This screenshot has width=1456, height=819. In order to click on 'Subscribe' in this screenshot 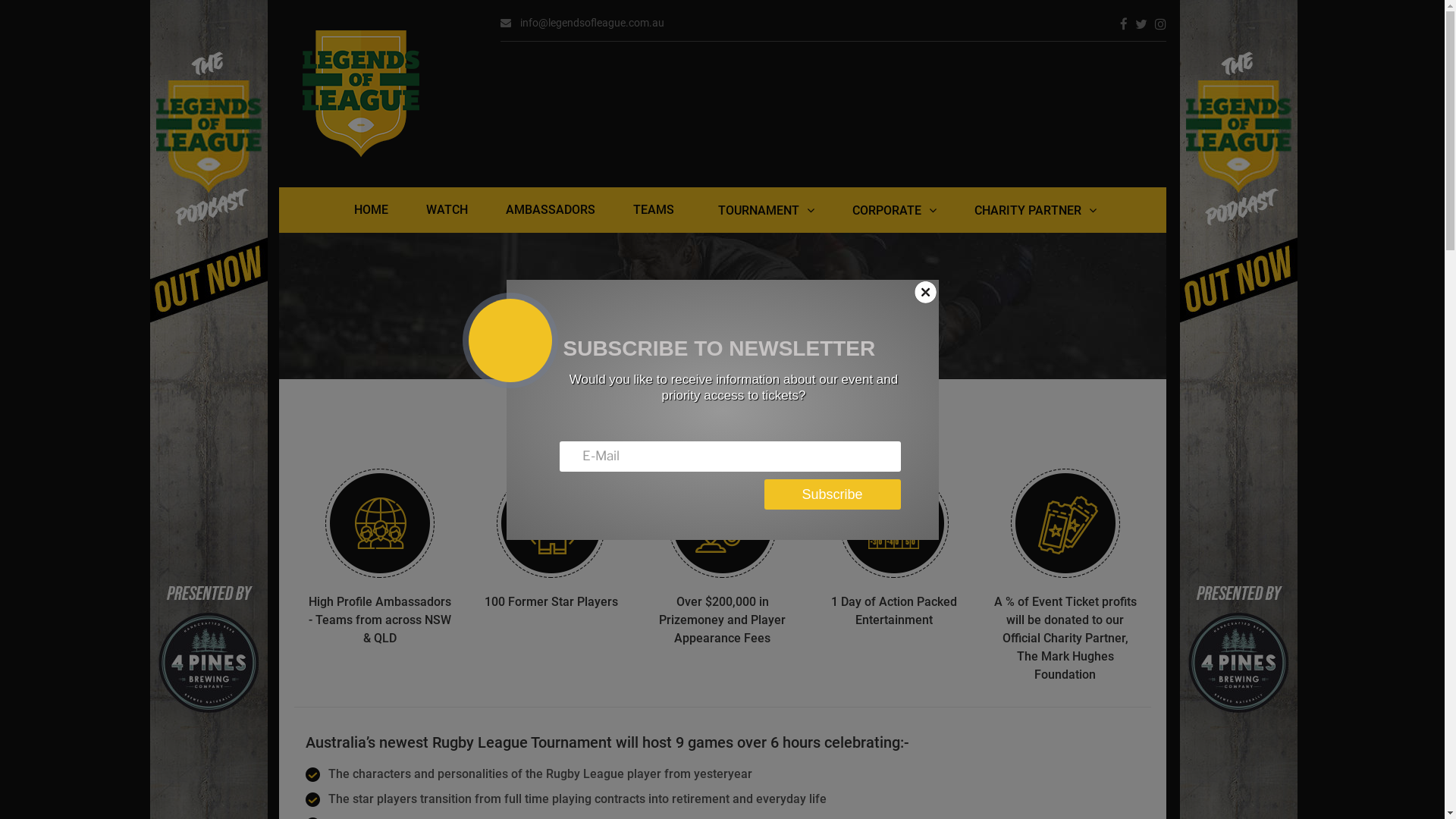, I will do `click(832, 494)`.